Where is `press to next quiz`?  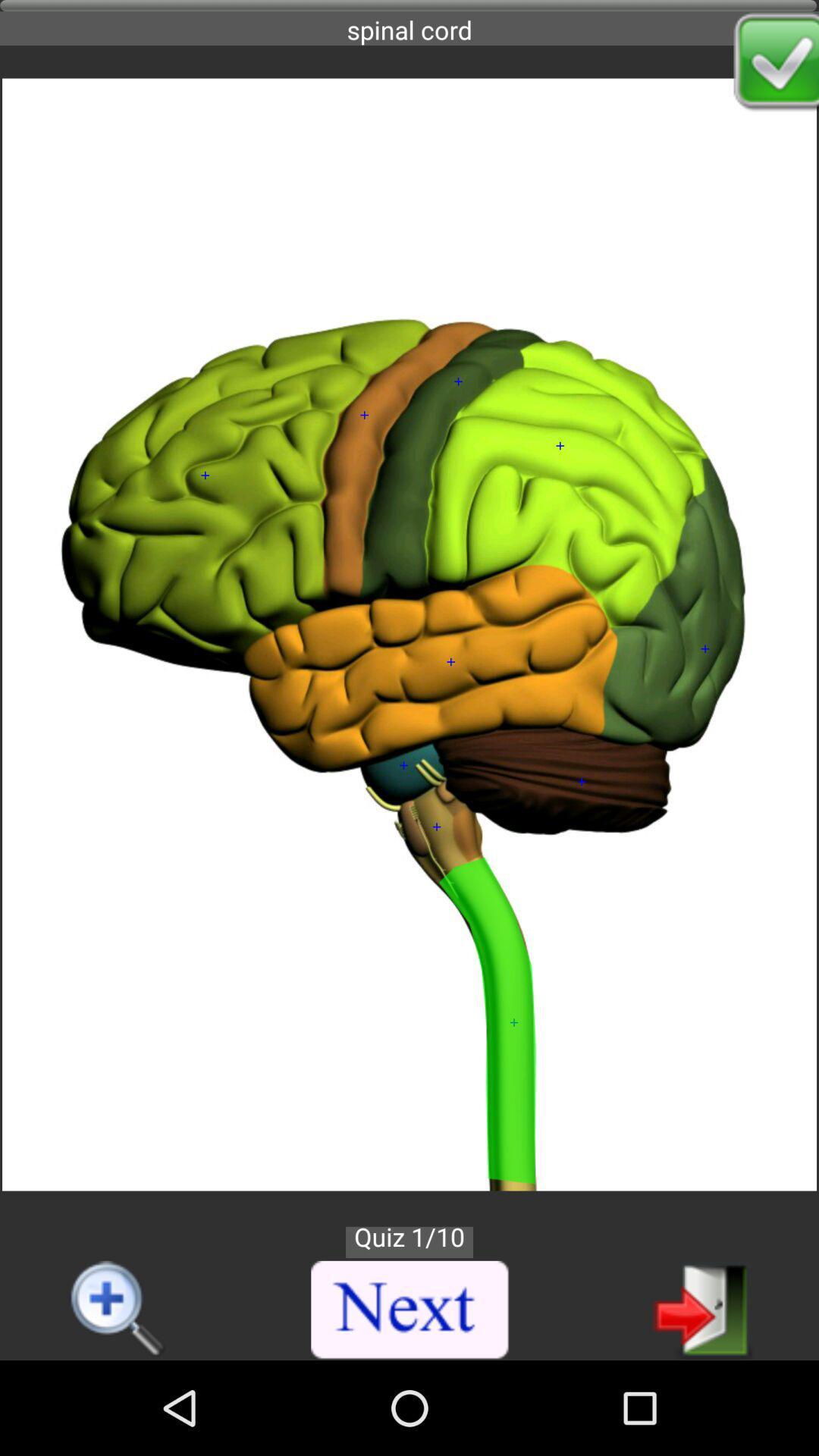
press to next quiz is located at coordinates (410, 1310).